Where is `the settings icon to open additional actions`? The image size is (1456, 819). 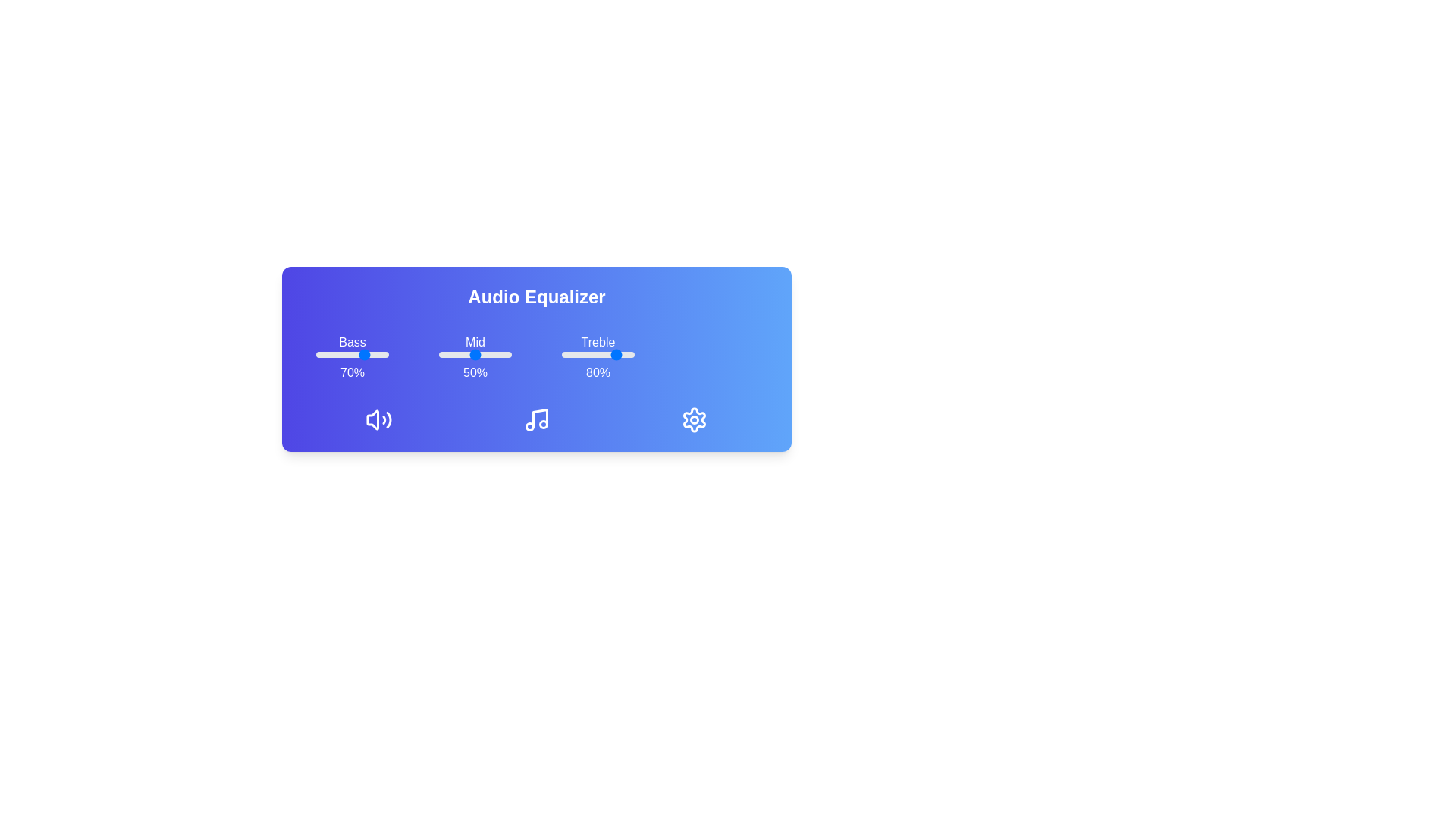
the settings icon to open additional actions is located at coordinates (694, 420).